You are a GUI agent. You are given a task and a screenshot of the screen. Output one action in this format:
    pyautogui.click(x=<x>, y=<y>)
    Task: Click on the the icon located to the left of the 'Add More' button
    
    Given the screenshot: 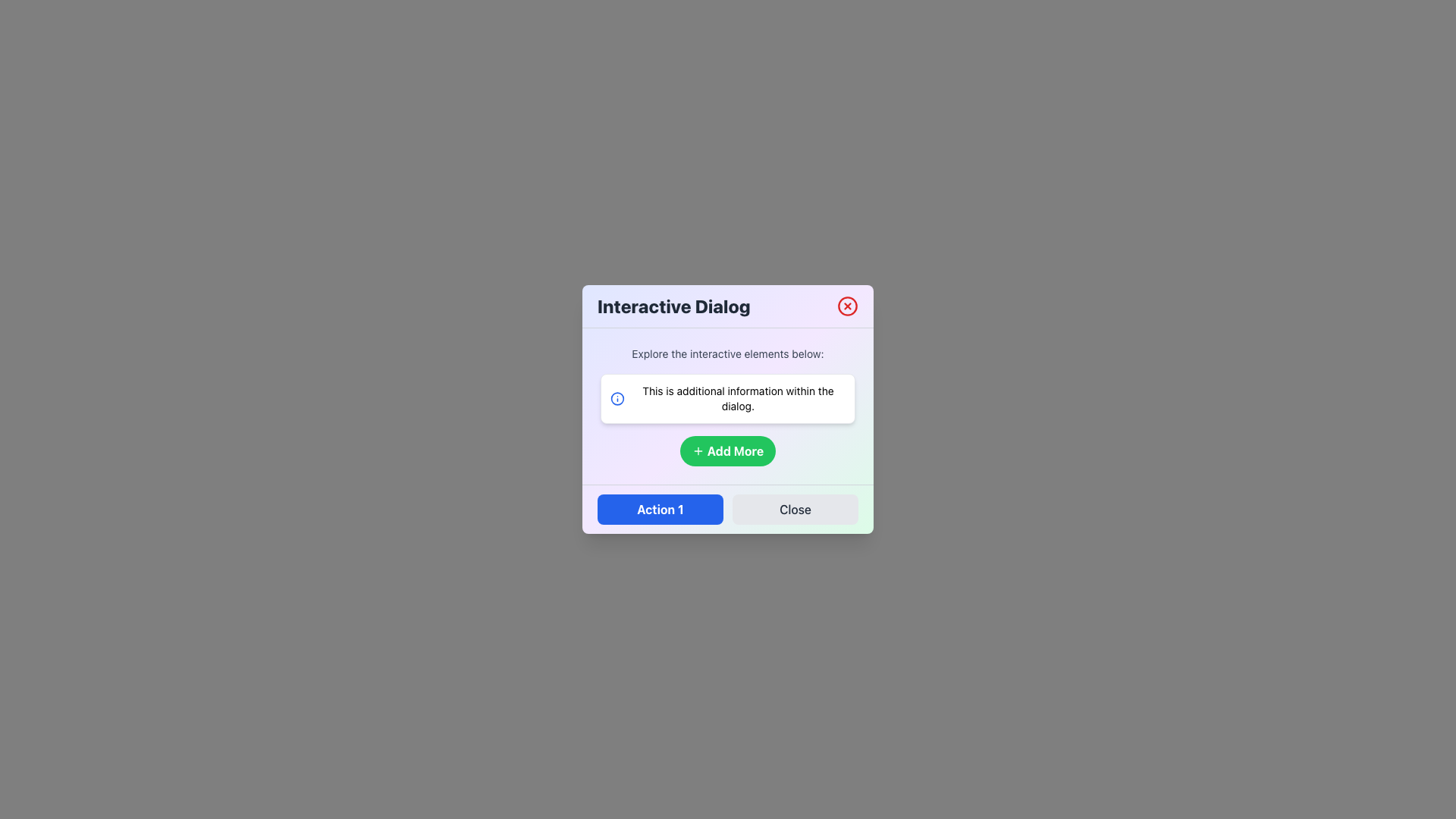 What is the action you would take?
    pyautogui.click(x=697, y=450)
    